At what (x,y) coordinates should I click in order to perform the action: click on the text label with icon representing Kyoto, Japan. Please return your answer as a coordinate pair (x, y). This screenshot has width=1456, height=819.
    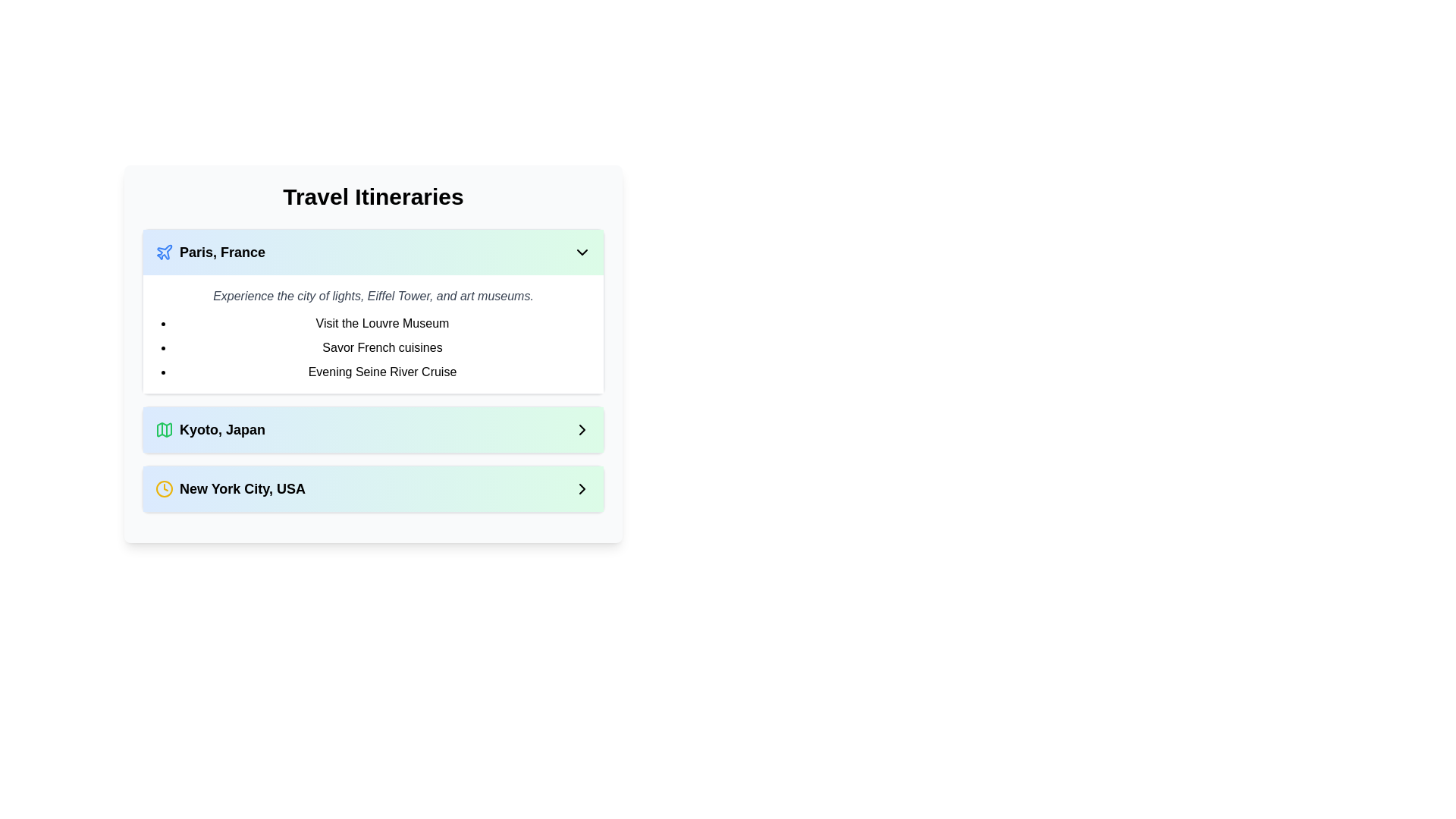
    Looking at the image, I should click on (209, 430).